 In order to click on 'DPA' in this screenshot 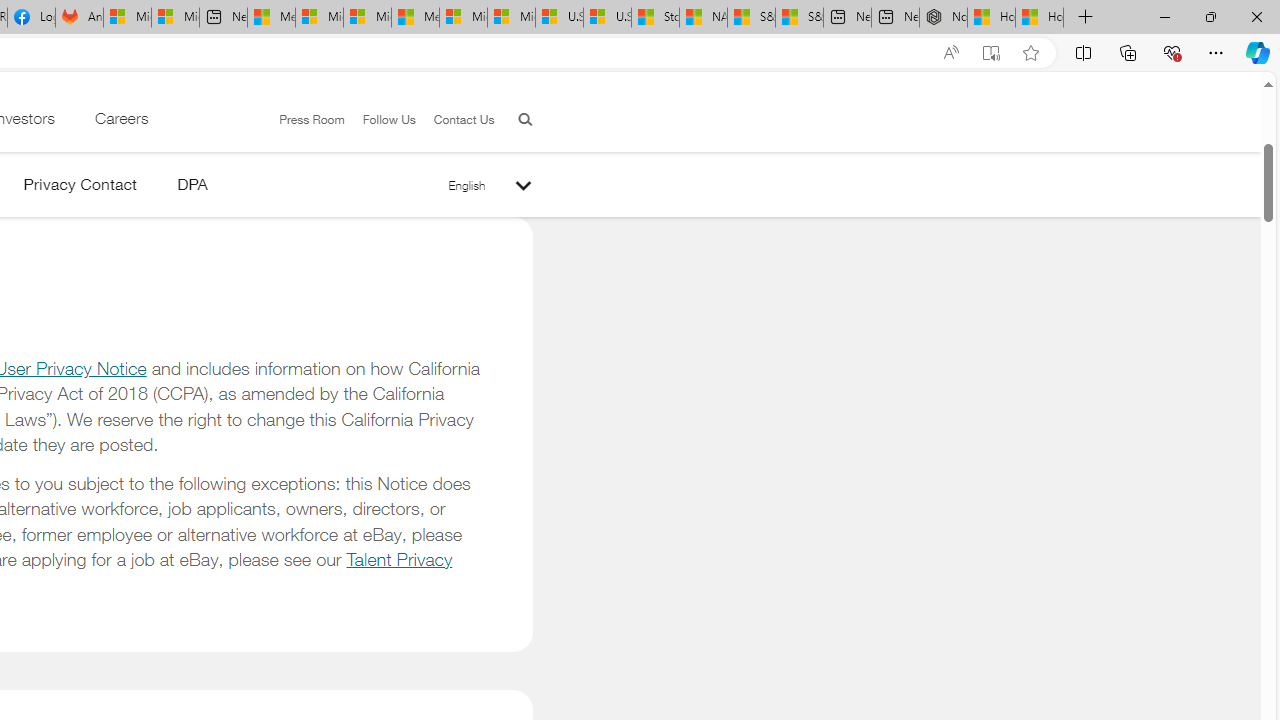, I will do `click(192, 188)`.